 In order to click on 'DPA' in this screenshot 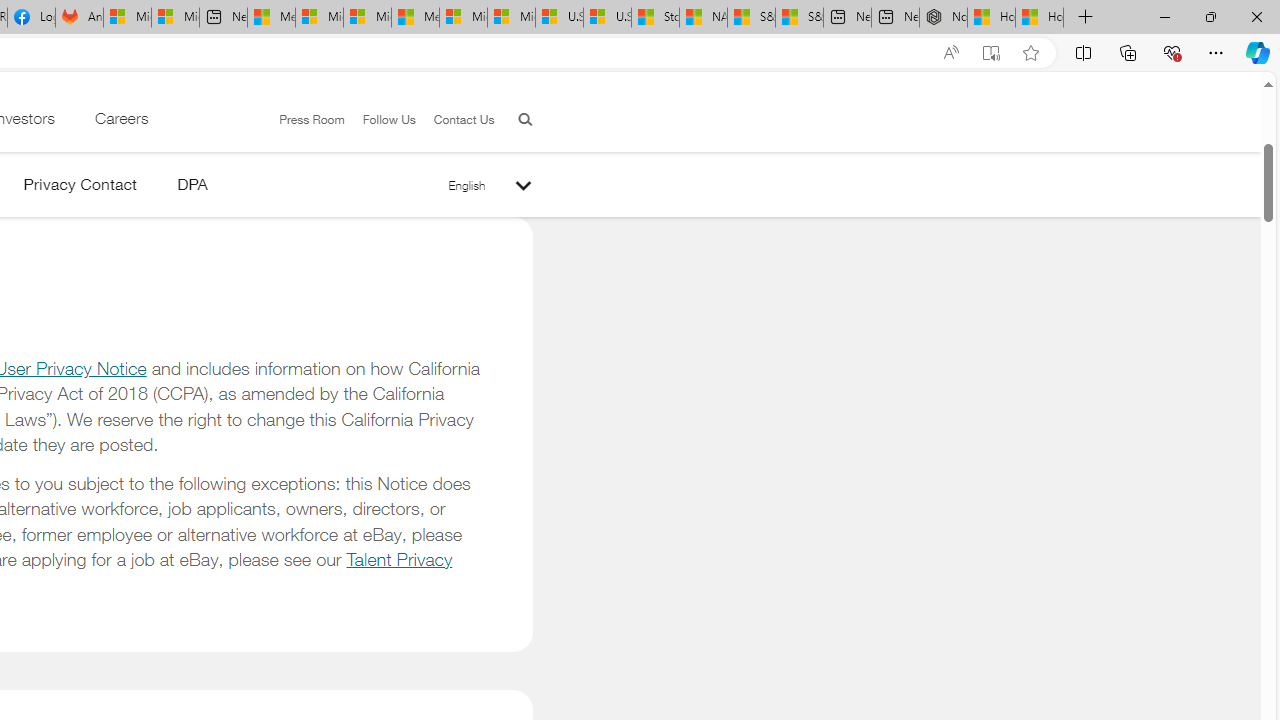, I will do `click(192, 188)`.